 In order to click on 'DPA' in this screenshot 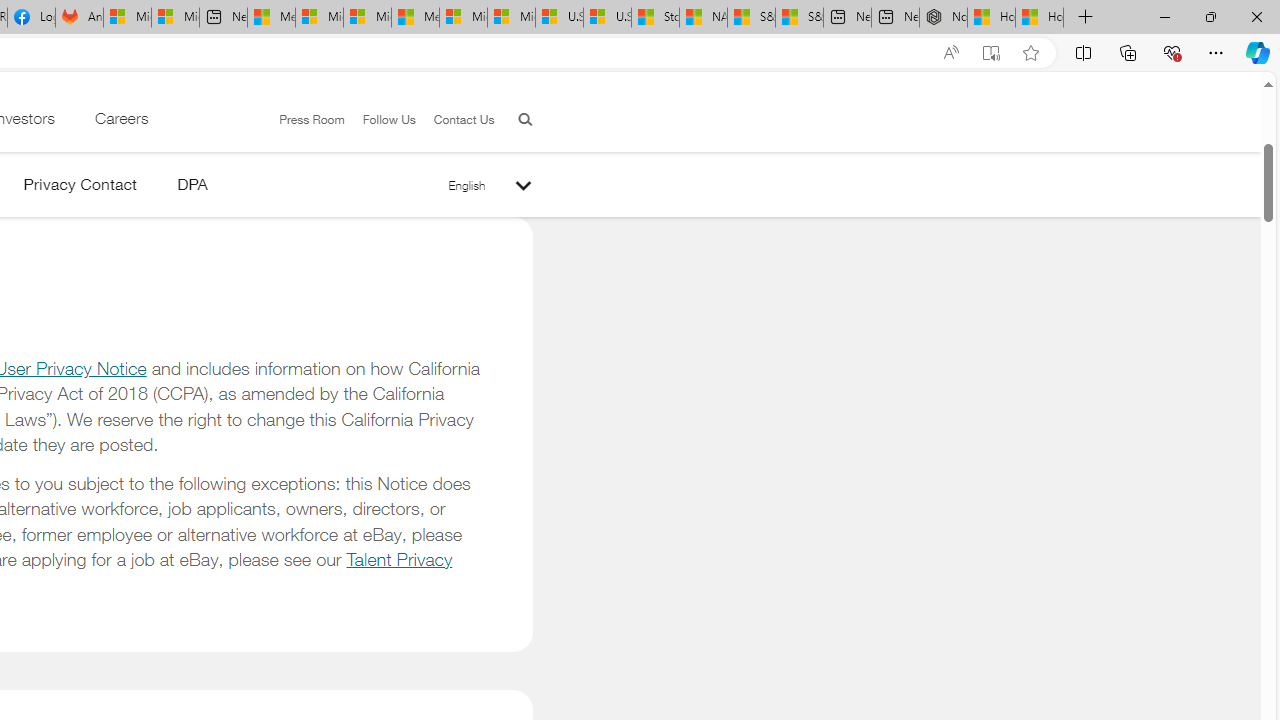, I will do `click(192, 188)`.